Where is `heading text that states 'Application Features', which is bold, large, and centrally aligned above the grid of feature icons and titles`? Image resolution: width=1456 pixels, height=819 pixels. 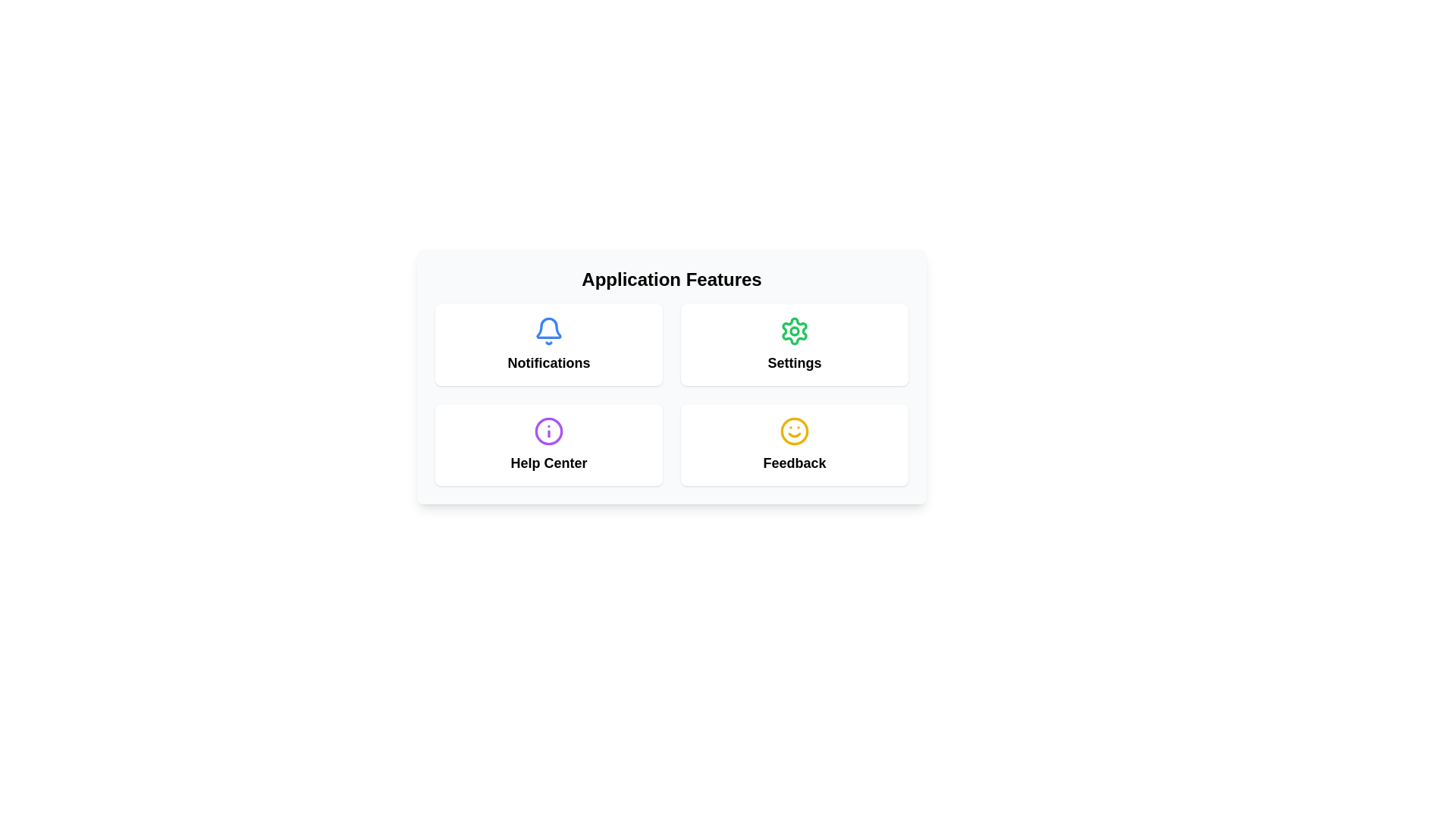 heading text that states 'Application Features', which is bold, large, and centrally aligned above the grid of feature icons and titles is located at coordinates (671, 280).